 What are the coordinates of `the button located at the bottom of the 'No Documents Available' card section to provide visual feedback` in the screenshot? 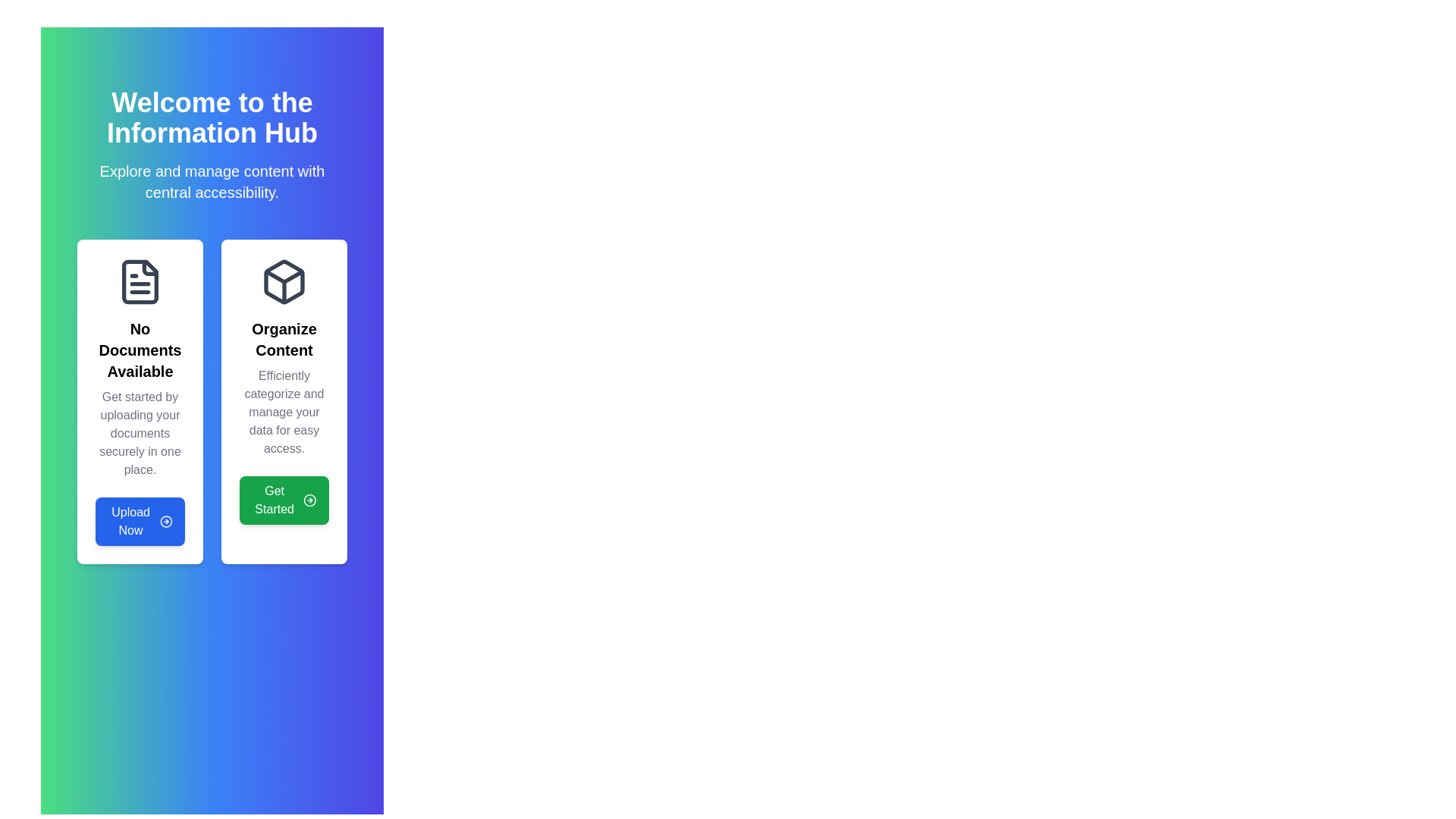 It's located at (140, 520).